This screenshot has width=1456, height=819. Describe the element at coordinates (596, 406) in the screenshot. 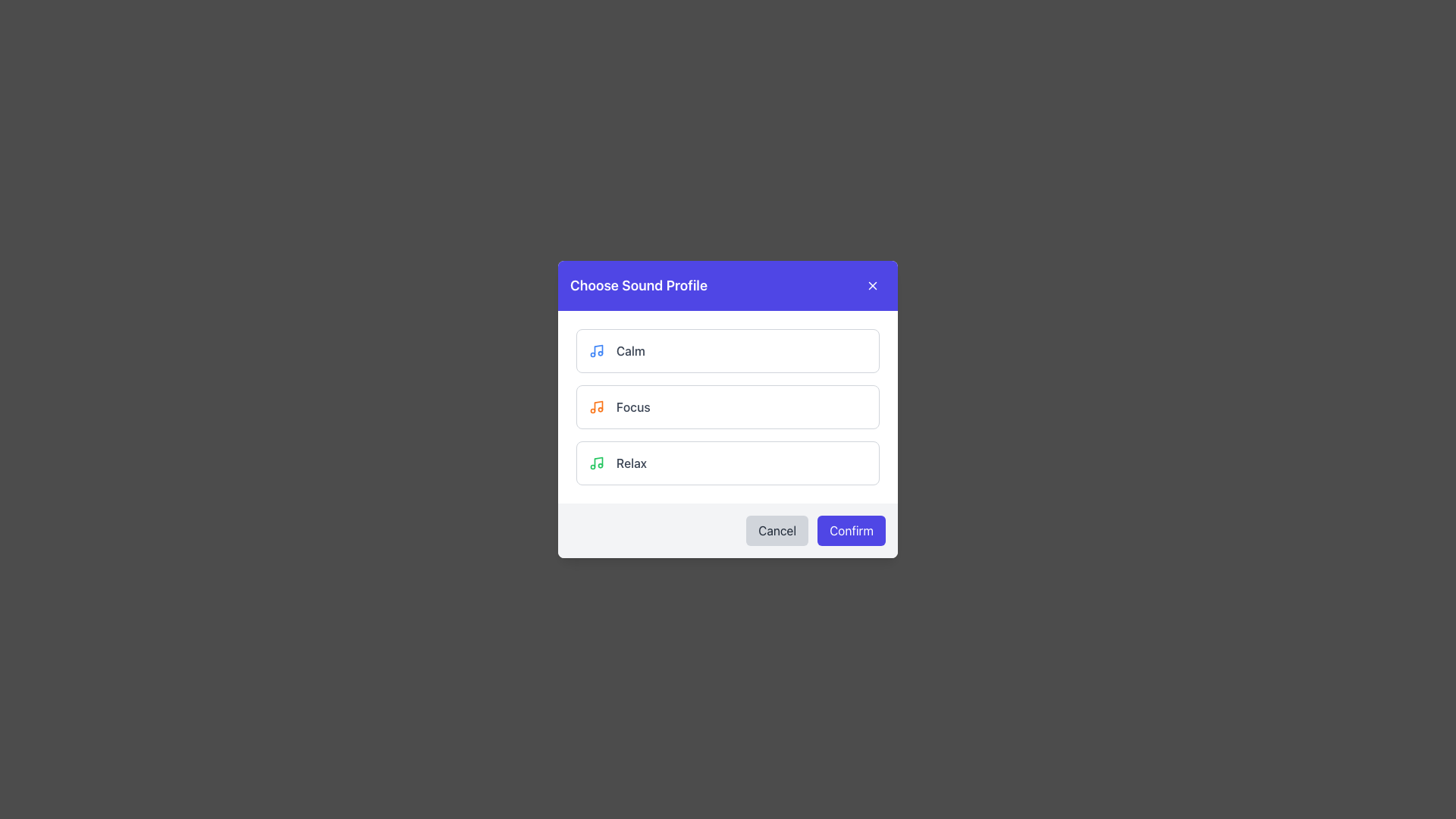

I see `the 'Focus' sound profile icon, which is visually identified to the left of the 'Focus' text label in the list of sound profiles` at that location.